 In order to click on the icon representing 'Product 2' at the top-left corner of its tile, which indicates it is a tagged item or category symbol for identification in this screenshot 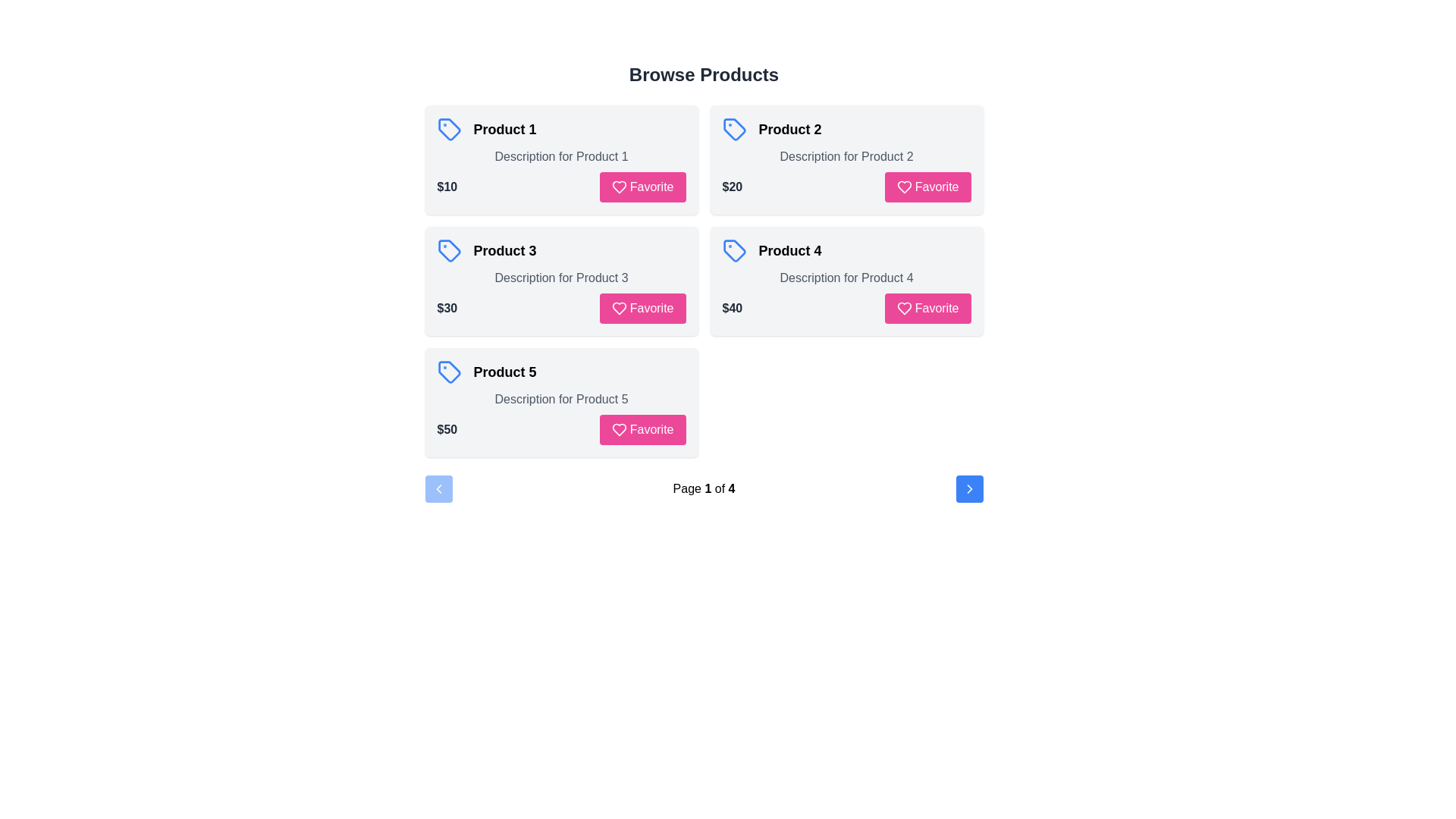, I will do `click(734, 128)`.